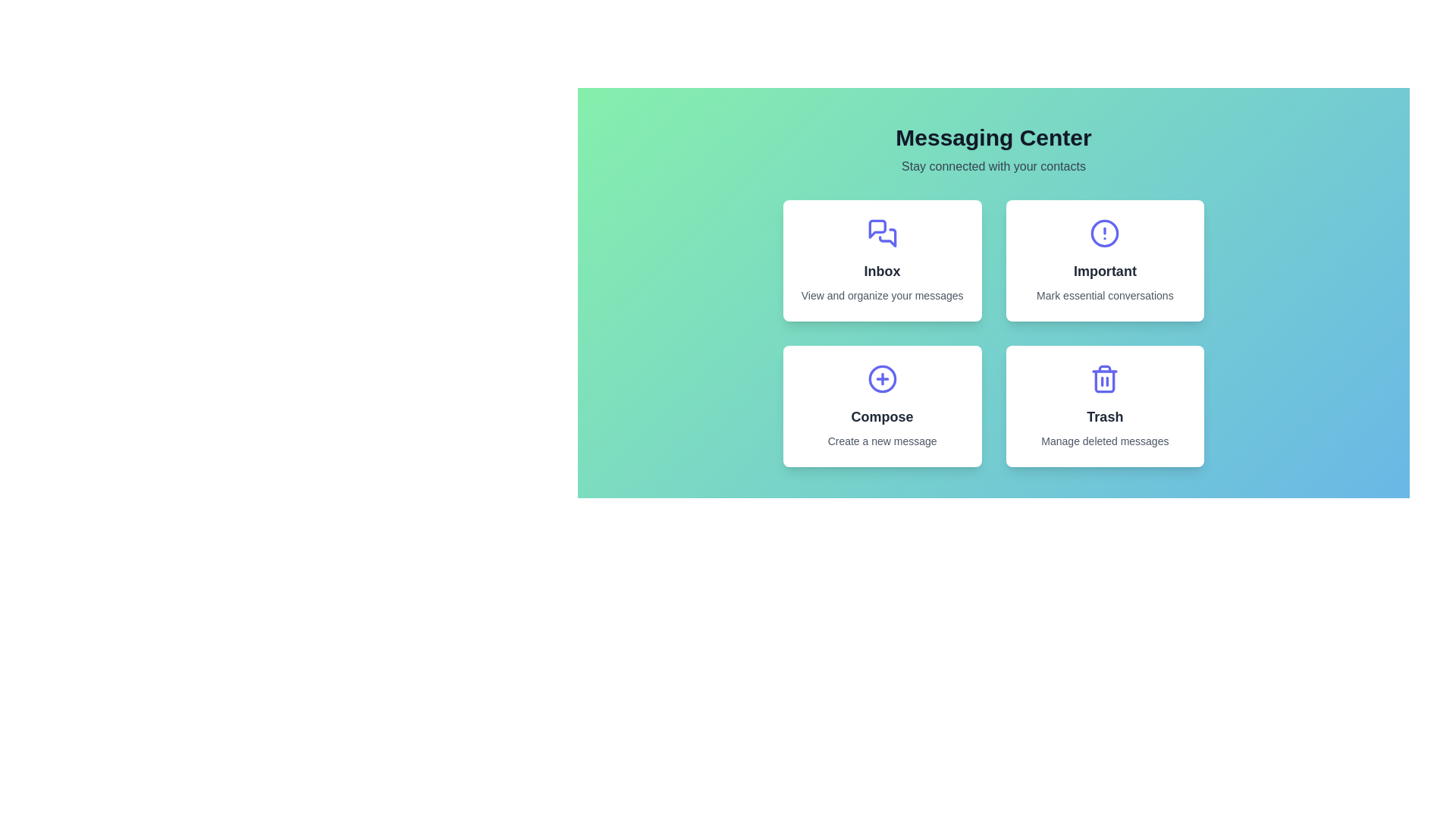  I want to click on the content of the text label reading 'Manage deleted messages' located at the bottom of the 'Trash' card, so click(1105, 441).